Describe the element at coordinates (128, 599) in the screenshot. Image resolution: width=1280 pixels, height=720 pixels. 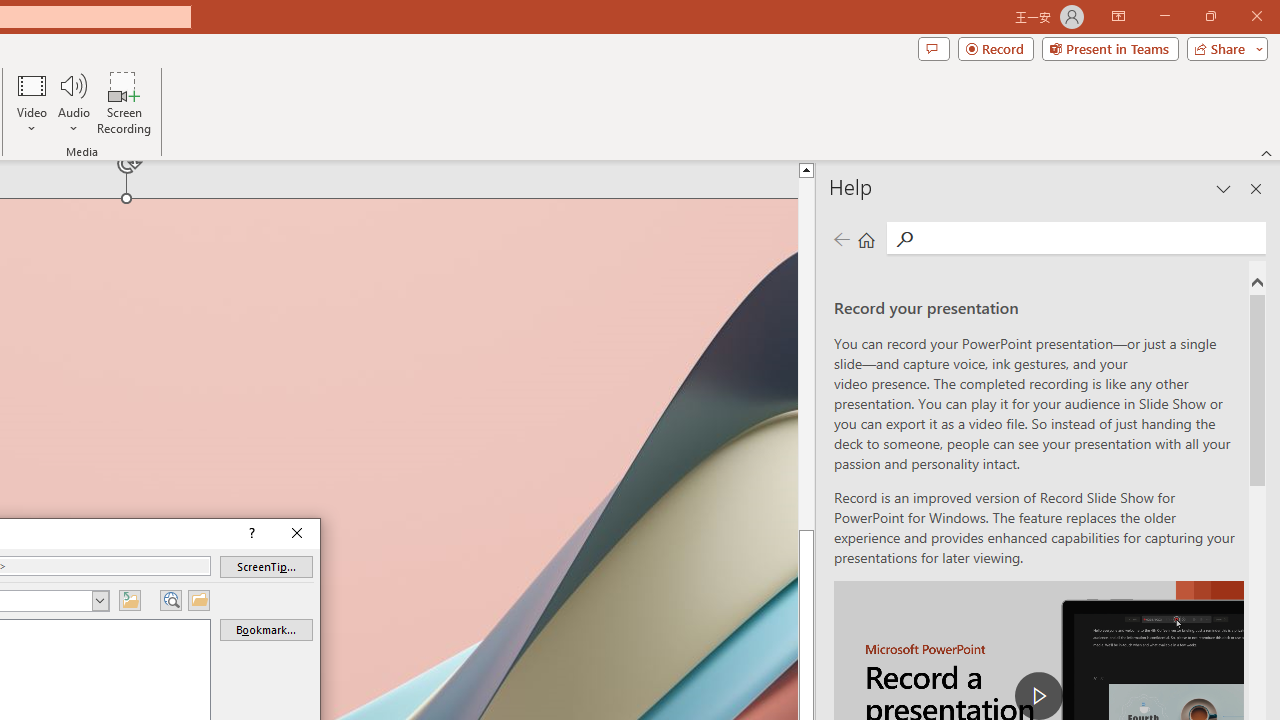
I see `'Up One Folder'` at that location.